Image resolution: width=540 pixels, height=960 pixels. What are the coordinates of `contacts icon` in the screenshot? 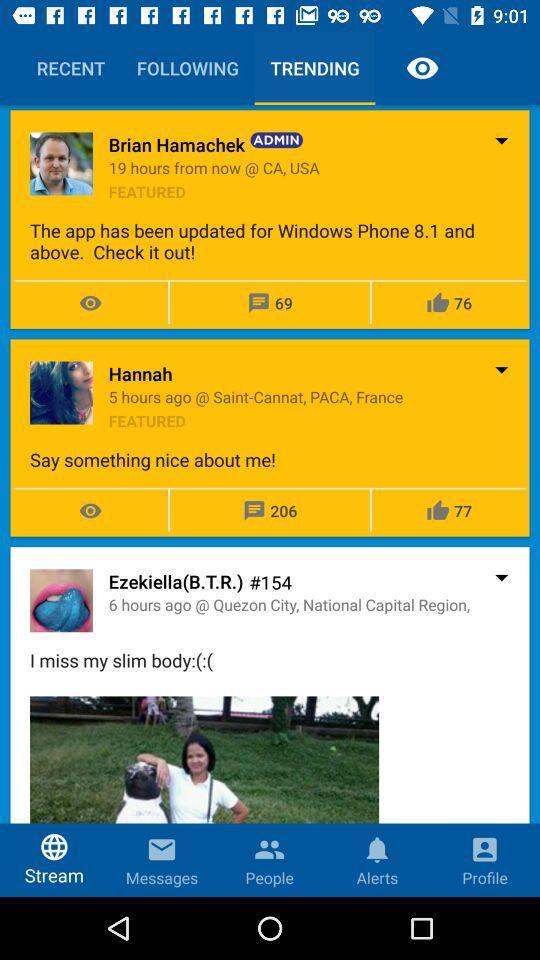 It's located at (269, 843).